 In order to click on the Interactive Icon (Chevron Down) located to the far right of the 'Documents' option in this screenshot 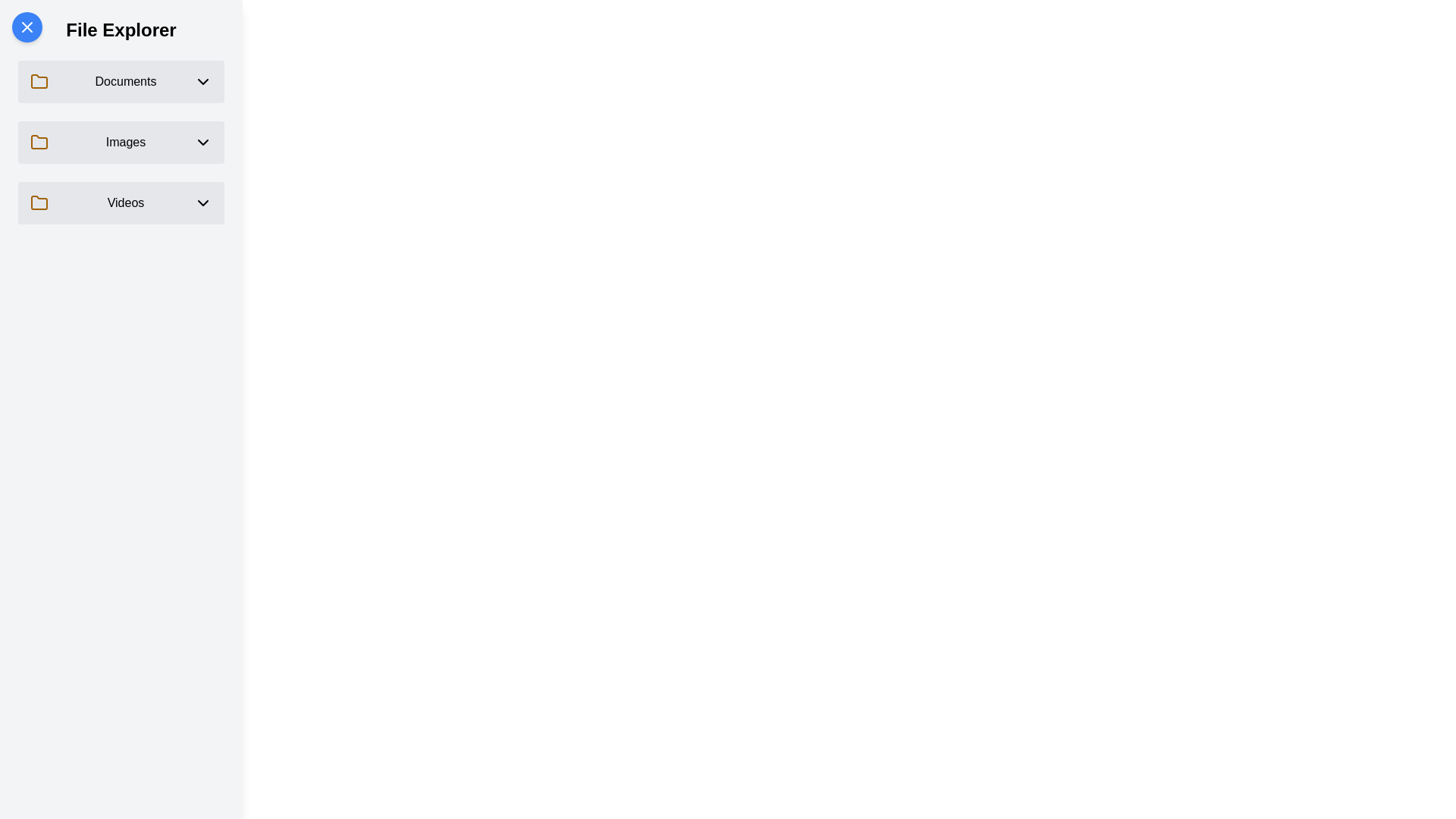, I will do `click(202, 82)`.